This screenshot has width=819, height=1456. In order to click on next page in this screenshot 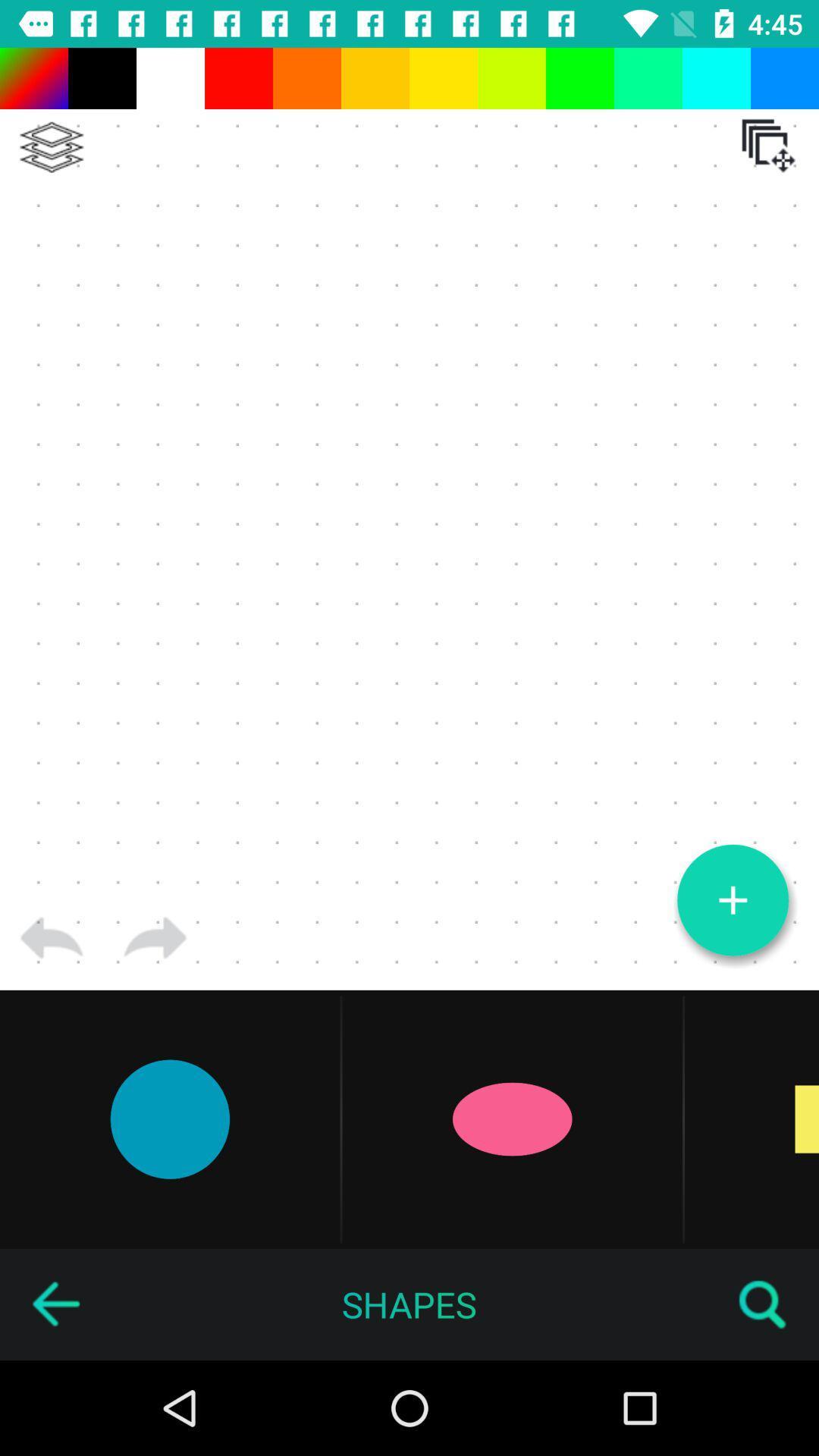, I will do `click(155, 937)`.